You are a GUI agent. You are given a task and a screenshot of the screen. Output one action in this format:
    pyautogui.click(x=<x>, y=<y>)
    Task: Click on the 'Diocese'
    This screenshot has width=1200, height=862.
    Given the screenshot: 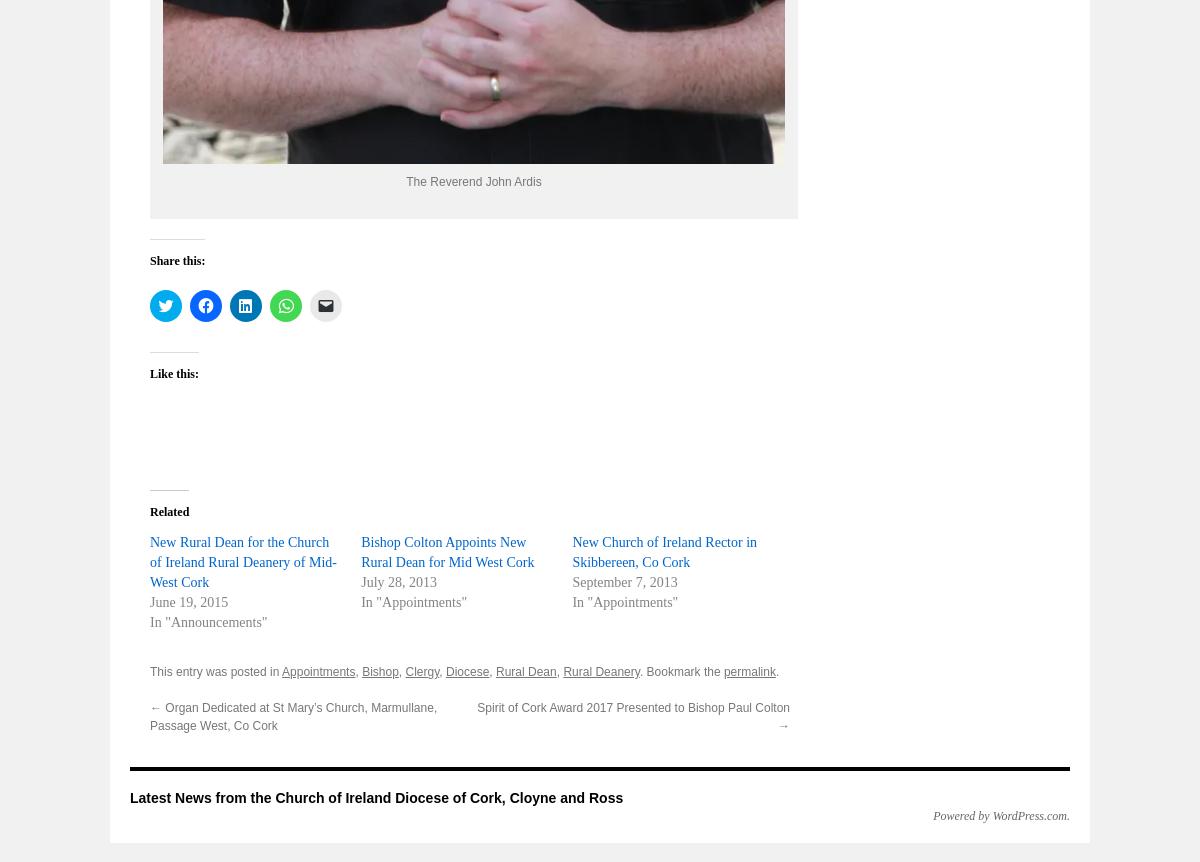 What is the action you would take?
    pyautogui.click(x=466, y=671)
    